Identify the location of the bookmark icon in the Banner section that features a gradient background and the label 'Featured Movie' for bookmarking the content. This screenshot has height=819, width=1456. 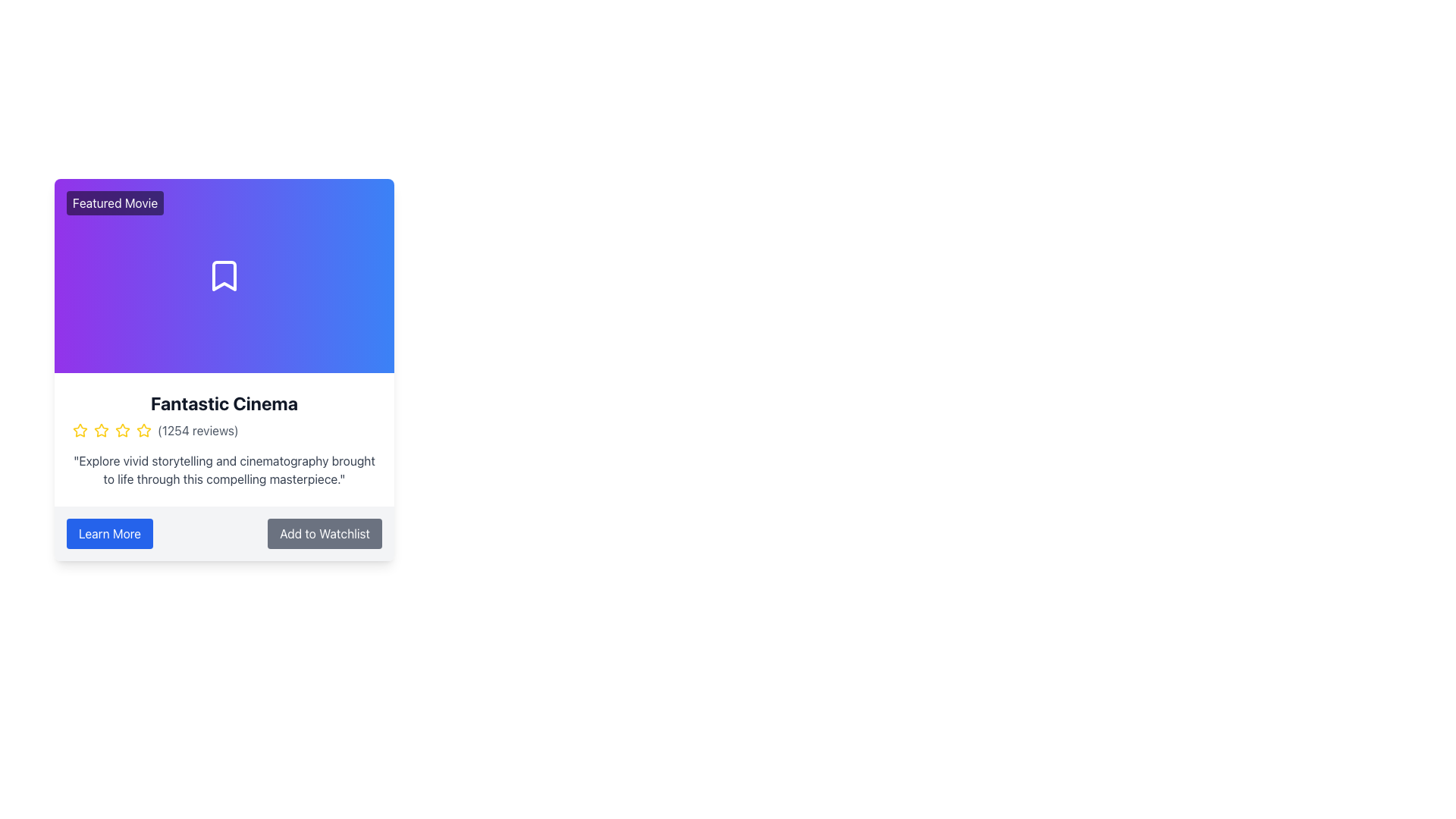
(224, 275).